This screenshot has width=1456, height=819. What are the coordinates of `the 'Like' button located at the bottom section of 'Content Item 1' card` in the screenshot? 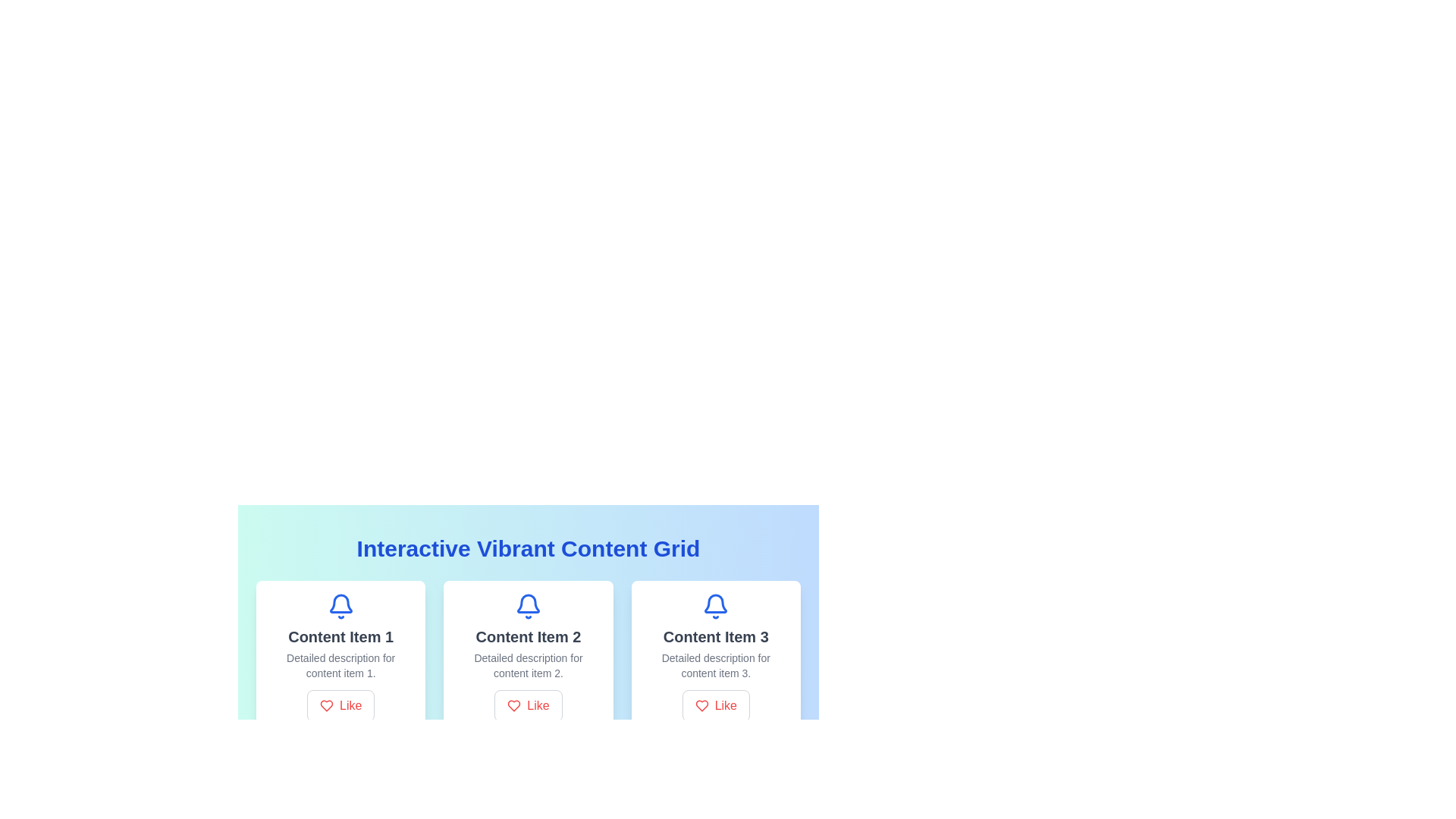 It's located at (340, 705).